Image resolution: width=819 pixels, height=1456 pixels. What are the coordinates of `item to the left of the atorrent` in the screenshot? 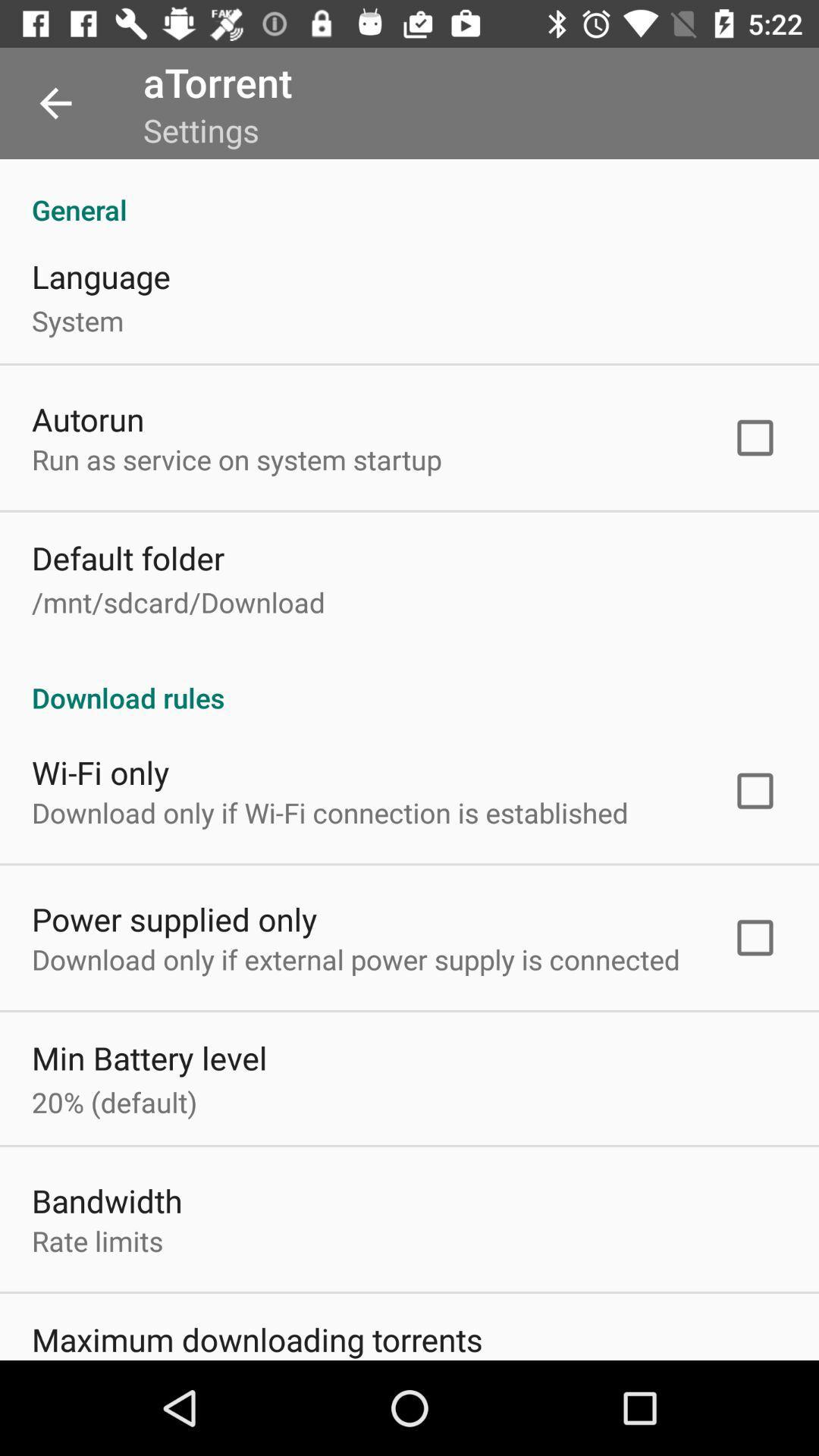 It's located at (55, 102).